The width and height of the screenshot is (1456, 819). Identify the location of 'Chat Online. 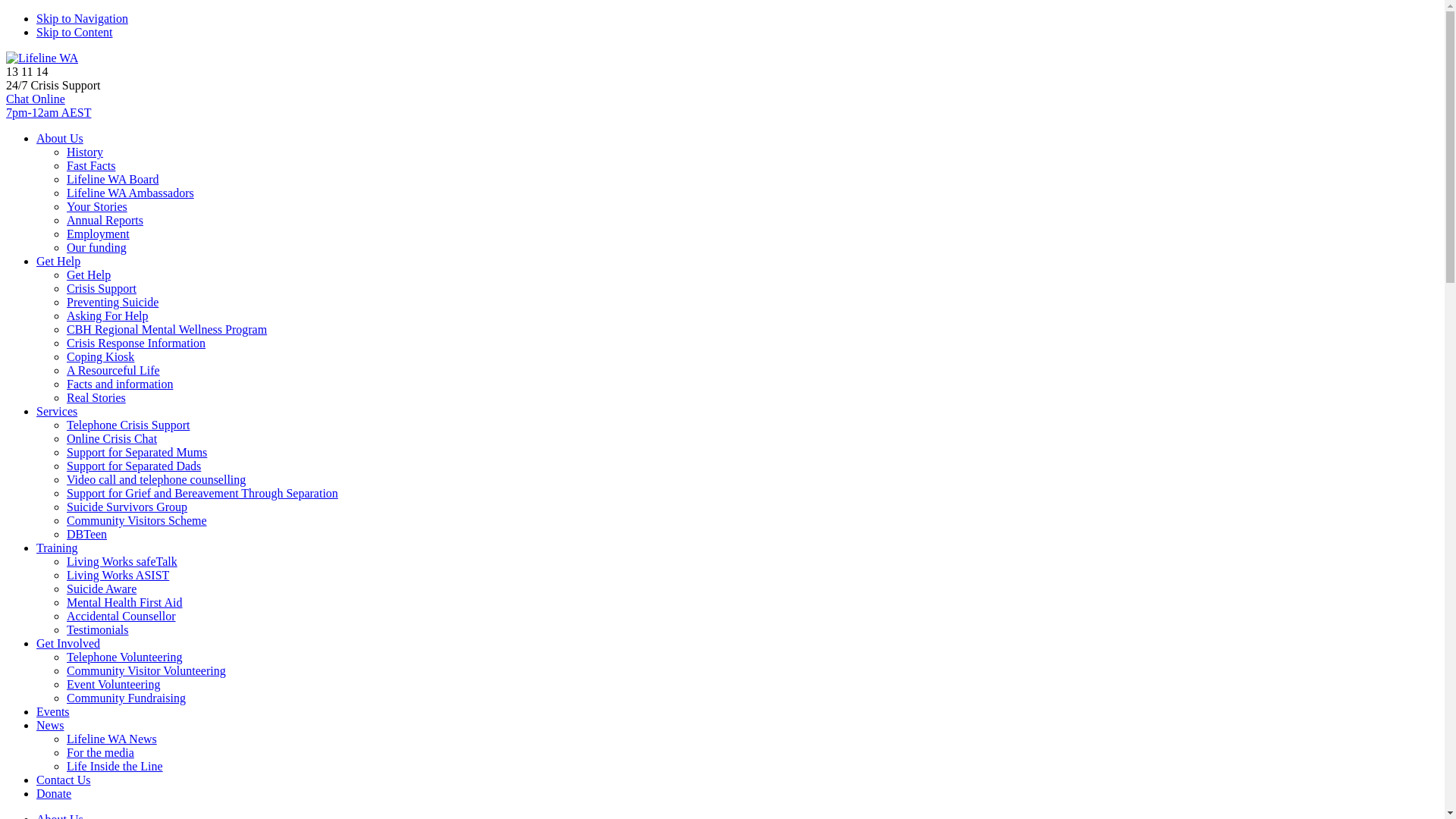
(6, 105).